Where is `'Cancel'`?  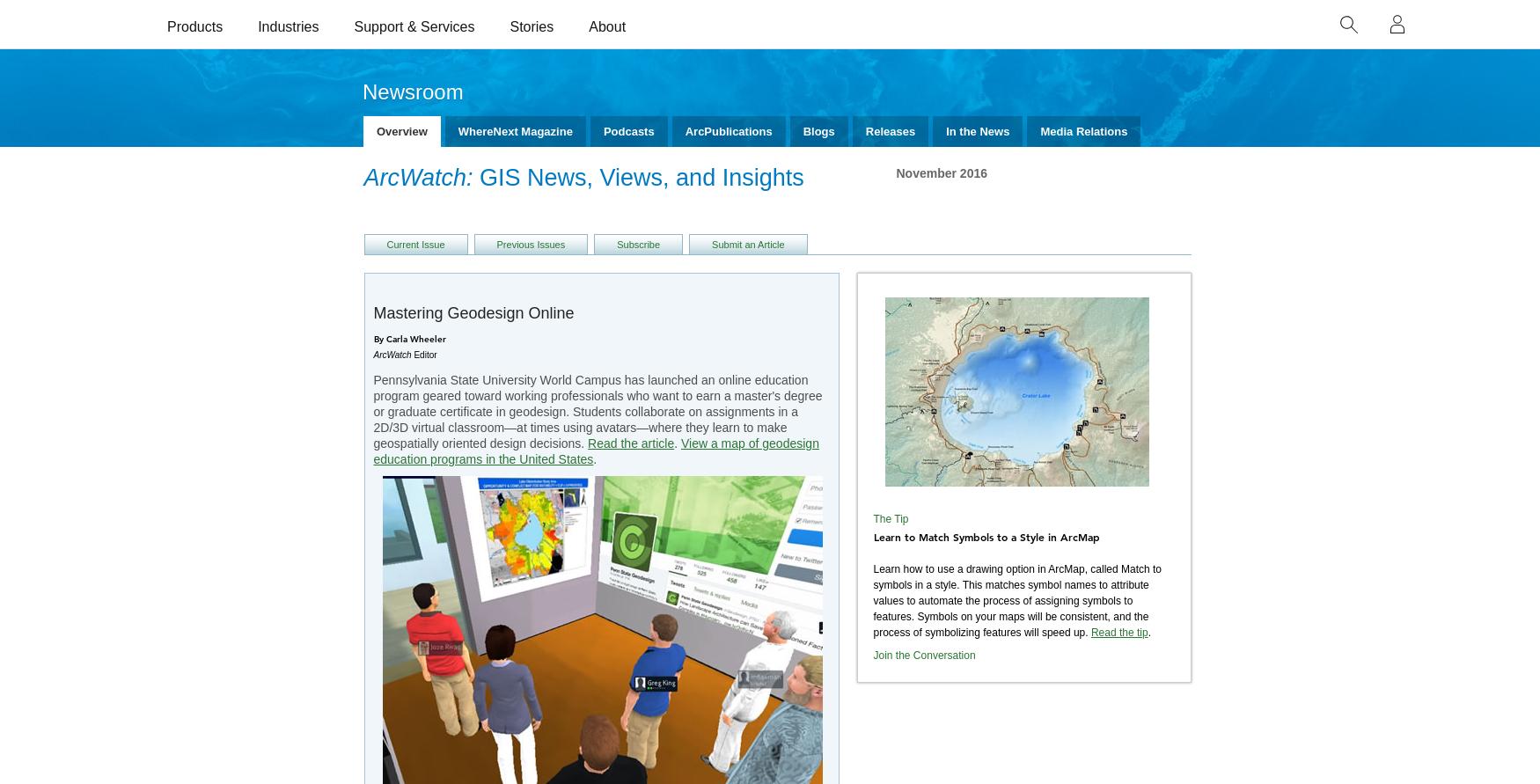 'Cancel' is located at coordinates (1384, 590).